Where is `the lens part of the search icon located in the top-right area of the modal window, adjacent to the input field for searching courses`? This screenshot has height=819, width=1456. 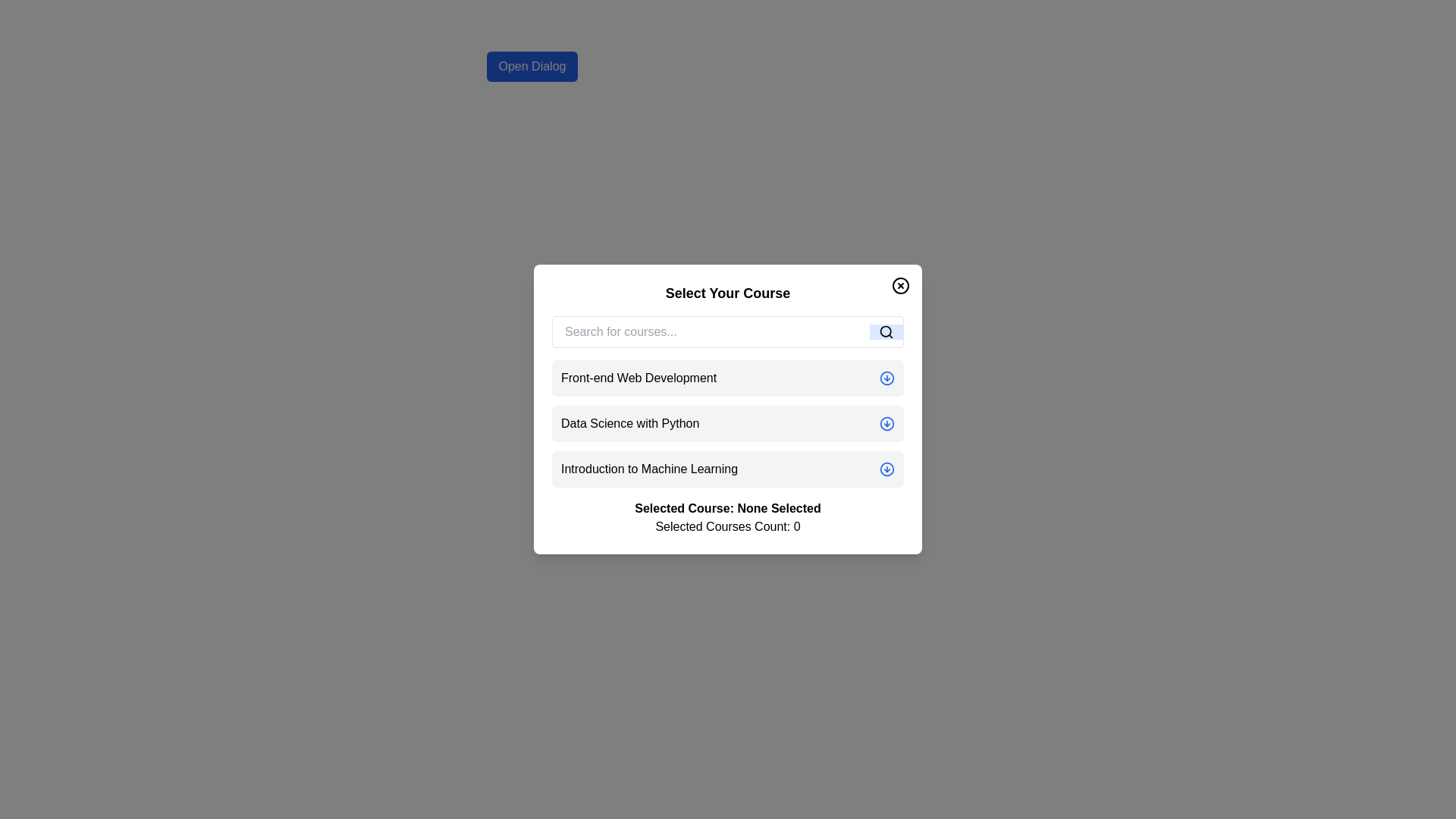
the lens part of the search icon located in the top-right area of the modal window, adjacent to the input field for searching courses is located at coordinates (886, 331).